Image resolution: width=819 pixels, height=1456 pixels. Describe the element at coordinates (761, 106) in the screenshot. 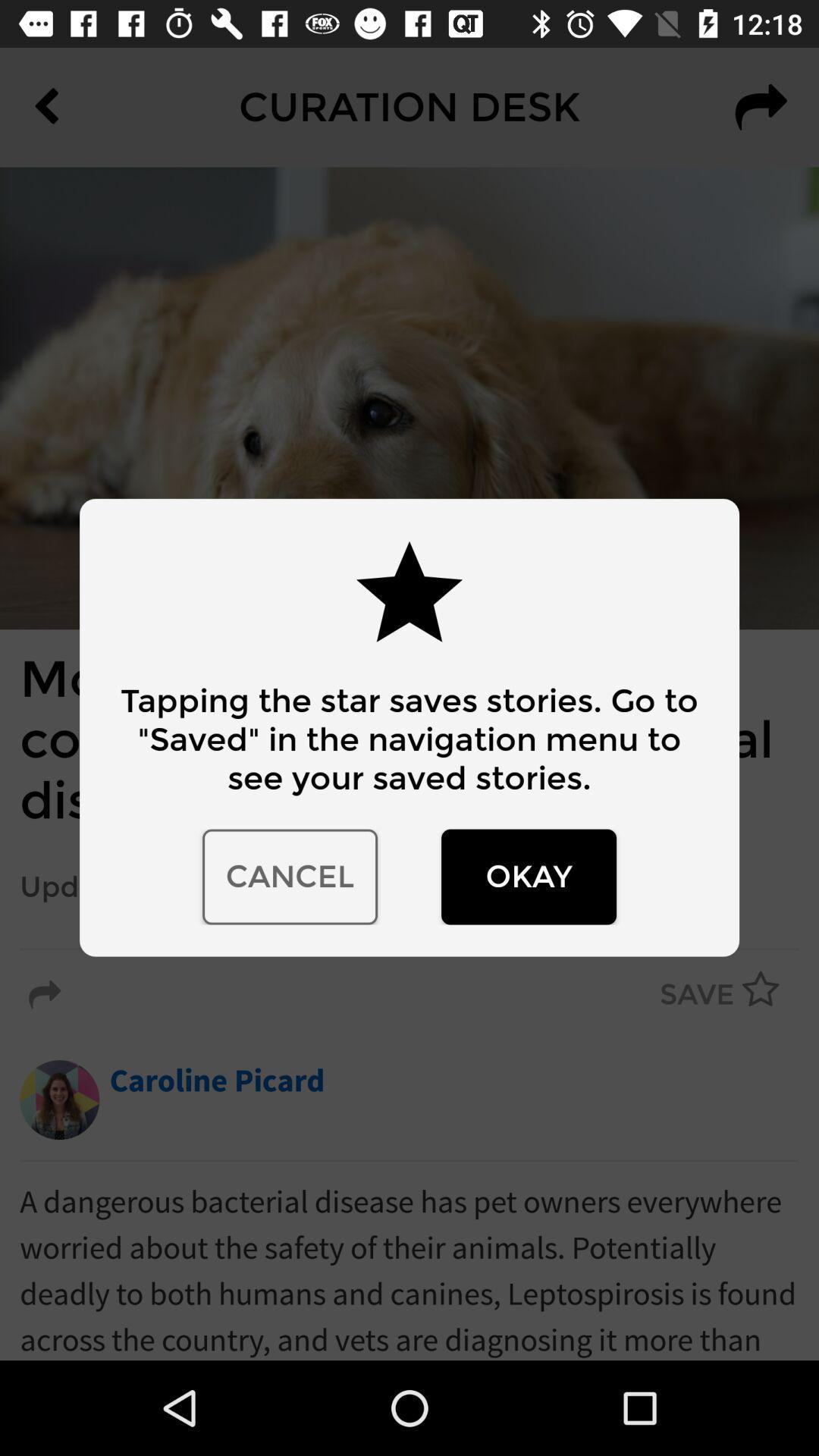

I see `the redo icon` at that location.